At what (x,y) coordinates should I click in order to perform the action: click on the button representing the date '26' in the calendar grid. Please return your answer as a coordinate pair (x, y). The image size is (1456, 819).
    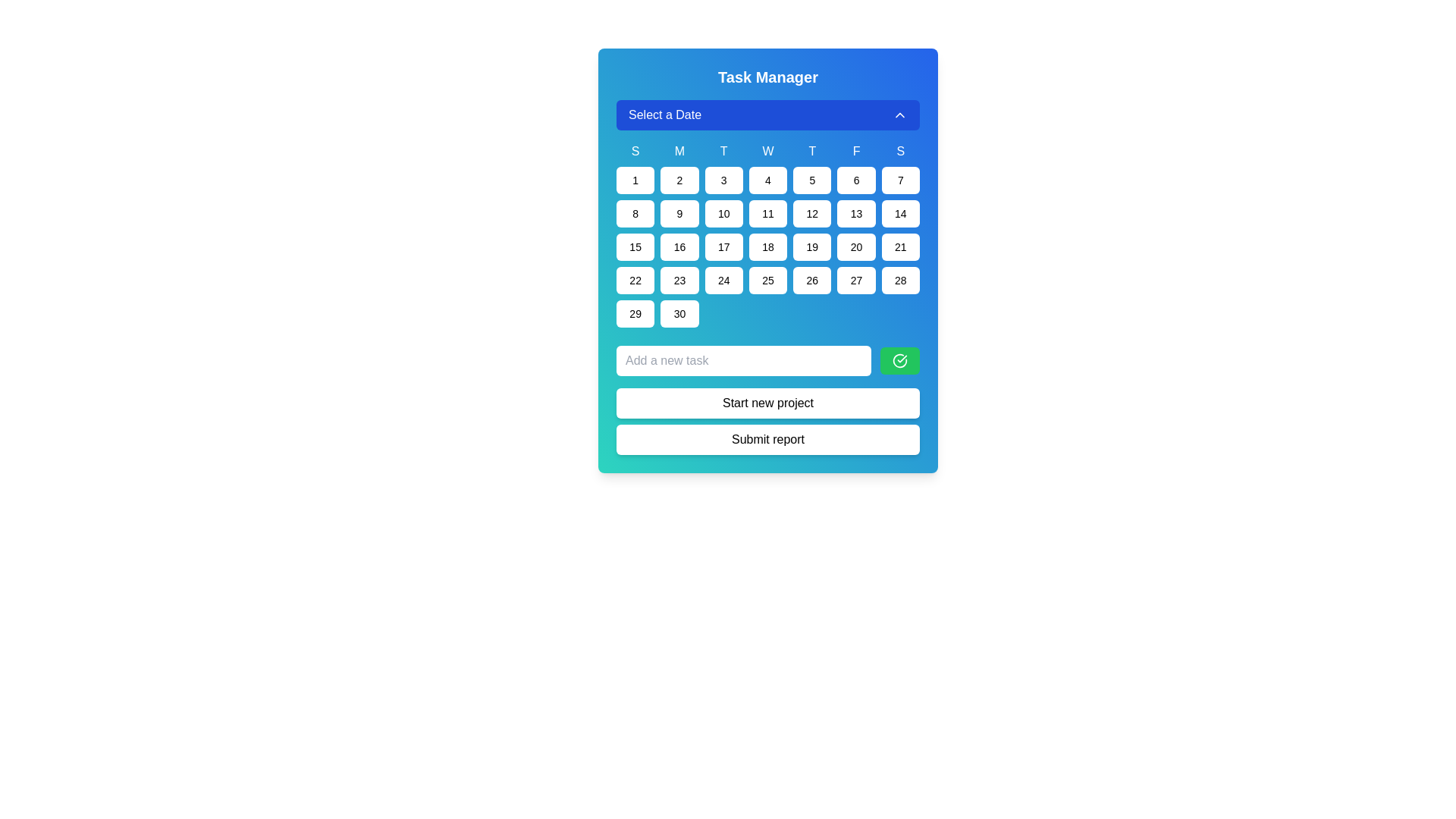
    Looking at the image, I should click on (811, 281).